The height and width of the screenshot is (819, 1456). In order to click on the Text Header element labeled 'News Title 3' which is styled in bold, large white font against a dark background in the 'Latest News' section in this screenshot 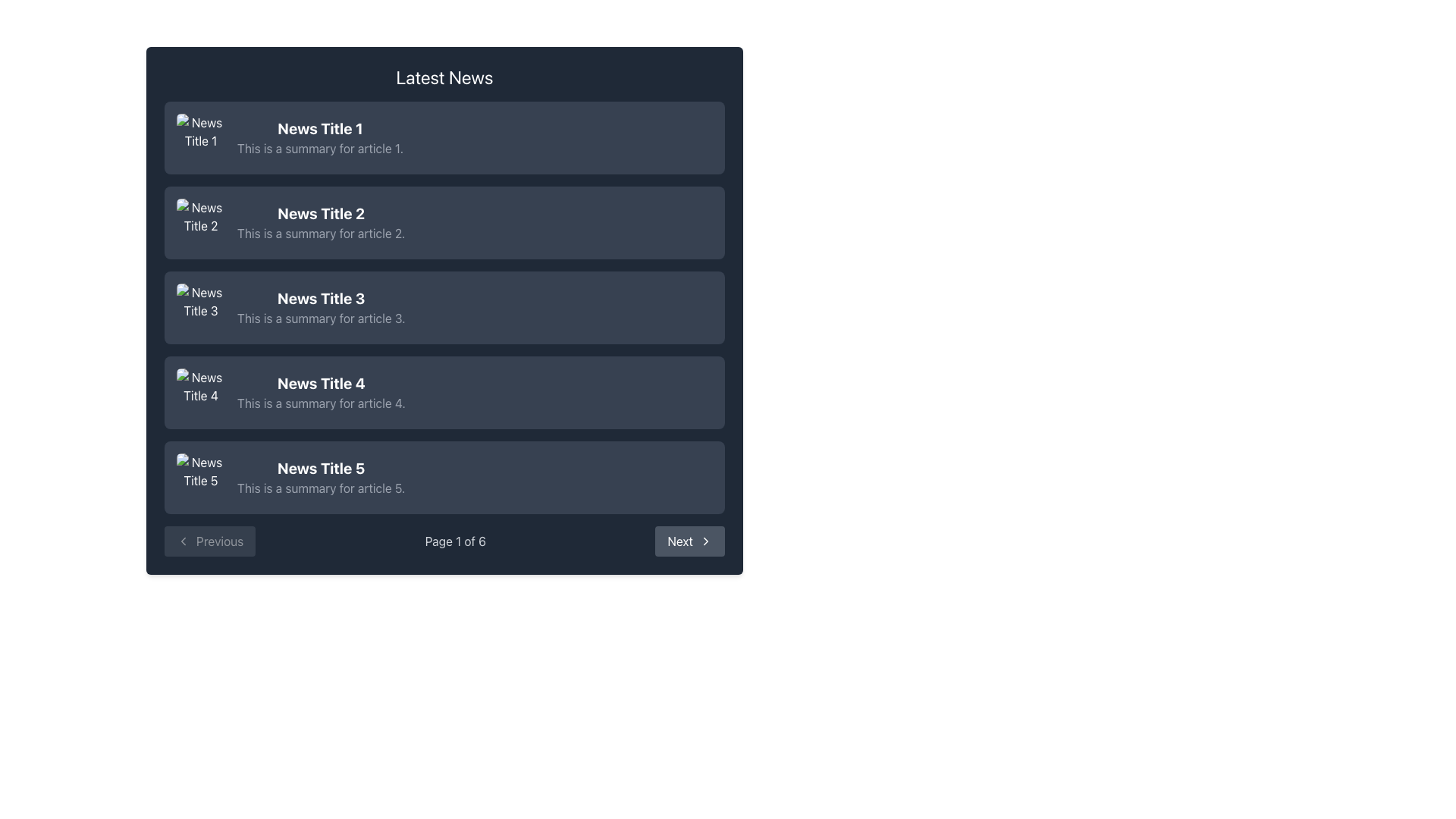, I will do `click(320, 298)`.